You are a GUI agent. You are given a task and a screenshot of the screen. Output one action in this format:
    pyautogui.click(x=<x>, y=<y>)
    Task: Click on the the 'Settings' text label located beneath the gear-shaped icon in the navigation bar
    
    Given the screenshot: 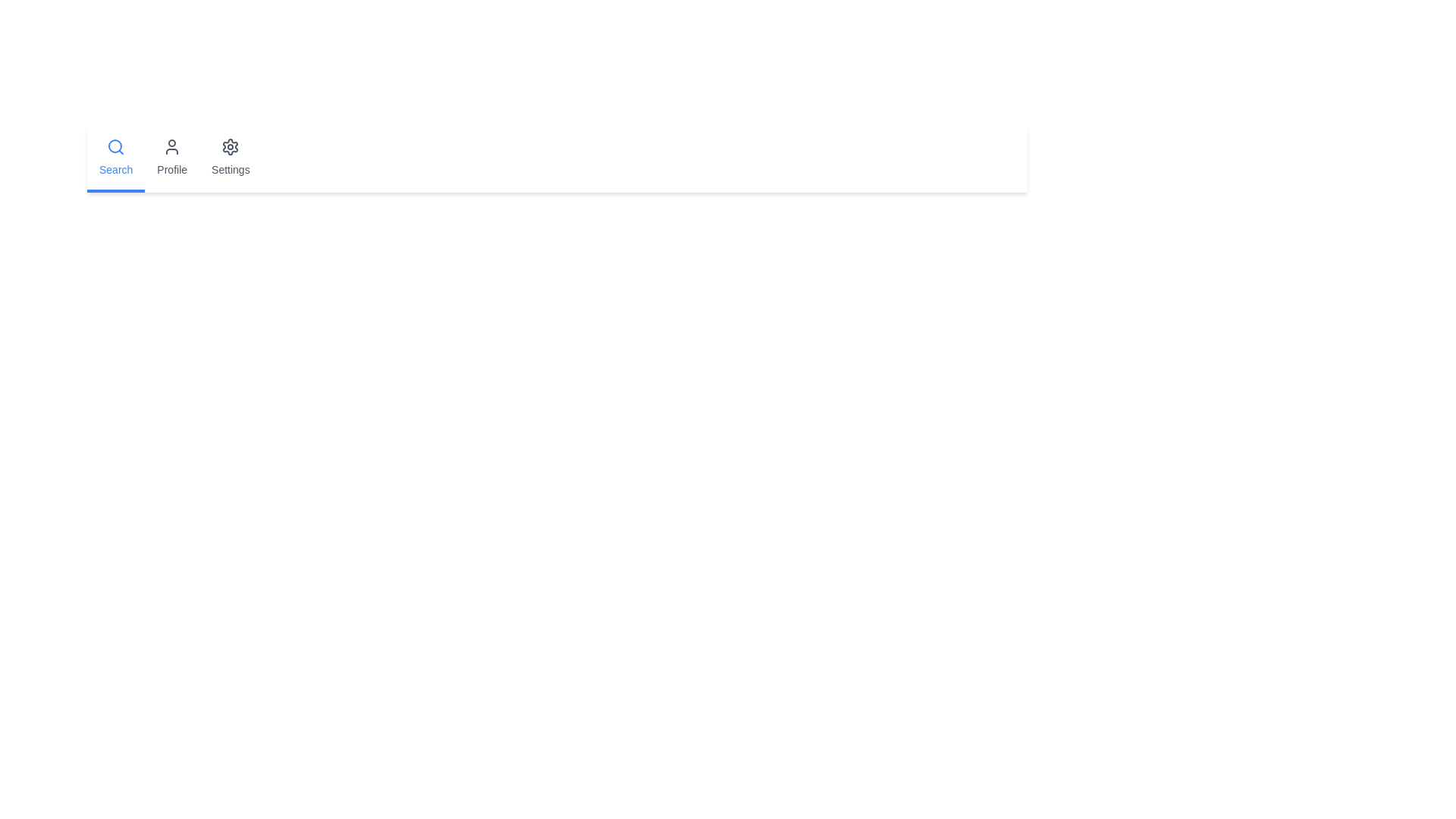 What is the action you would take?
    pyautogui.click(x=230, y=169)
    